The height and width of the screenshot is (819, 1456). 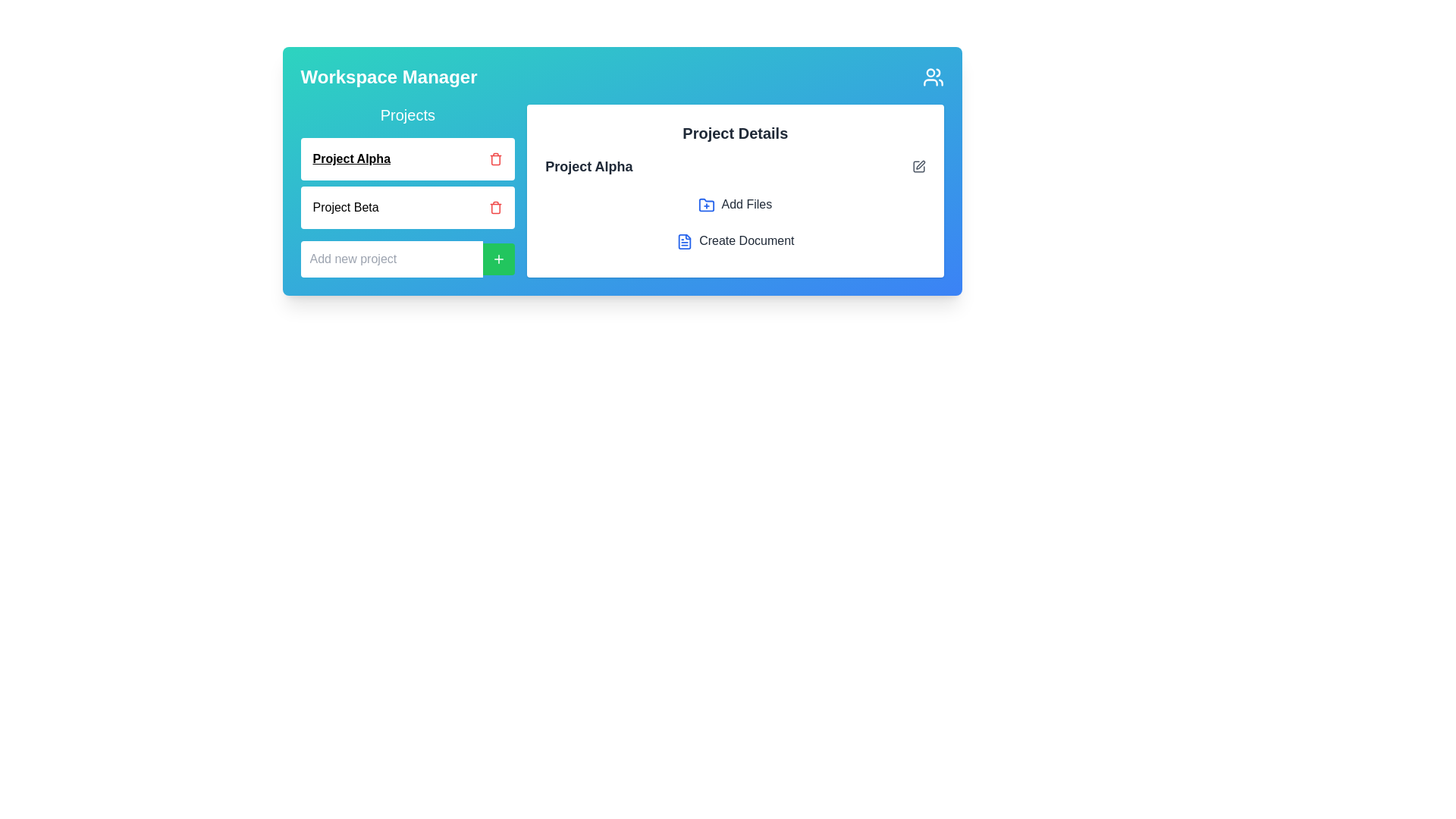 What do you see at coordinates (706, 205) in the screenshot?
I see `the 'Add Files' icon located to the left of the text 'Add Files' in the 'Project Details' section` at bounding box center [706, 205].